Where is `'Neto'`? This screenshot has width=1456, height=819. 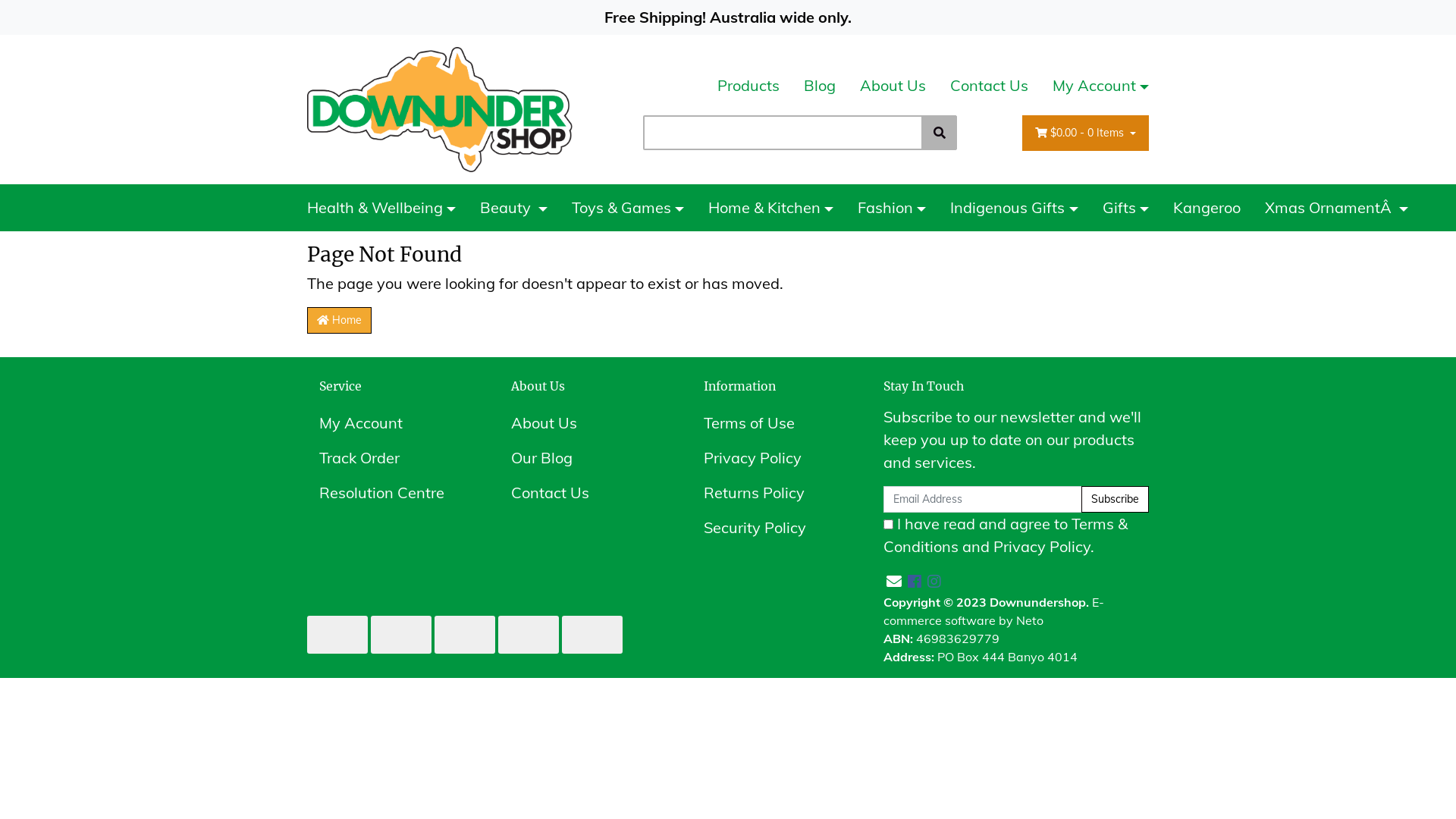 'Neto' is located at coordinates (1030, 620).